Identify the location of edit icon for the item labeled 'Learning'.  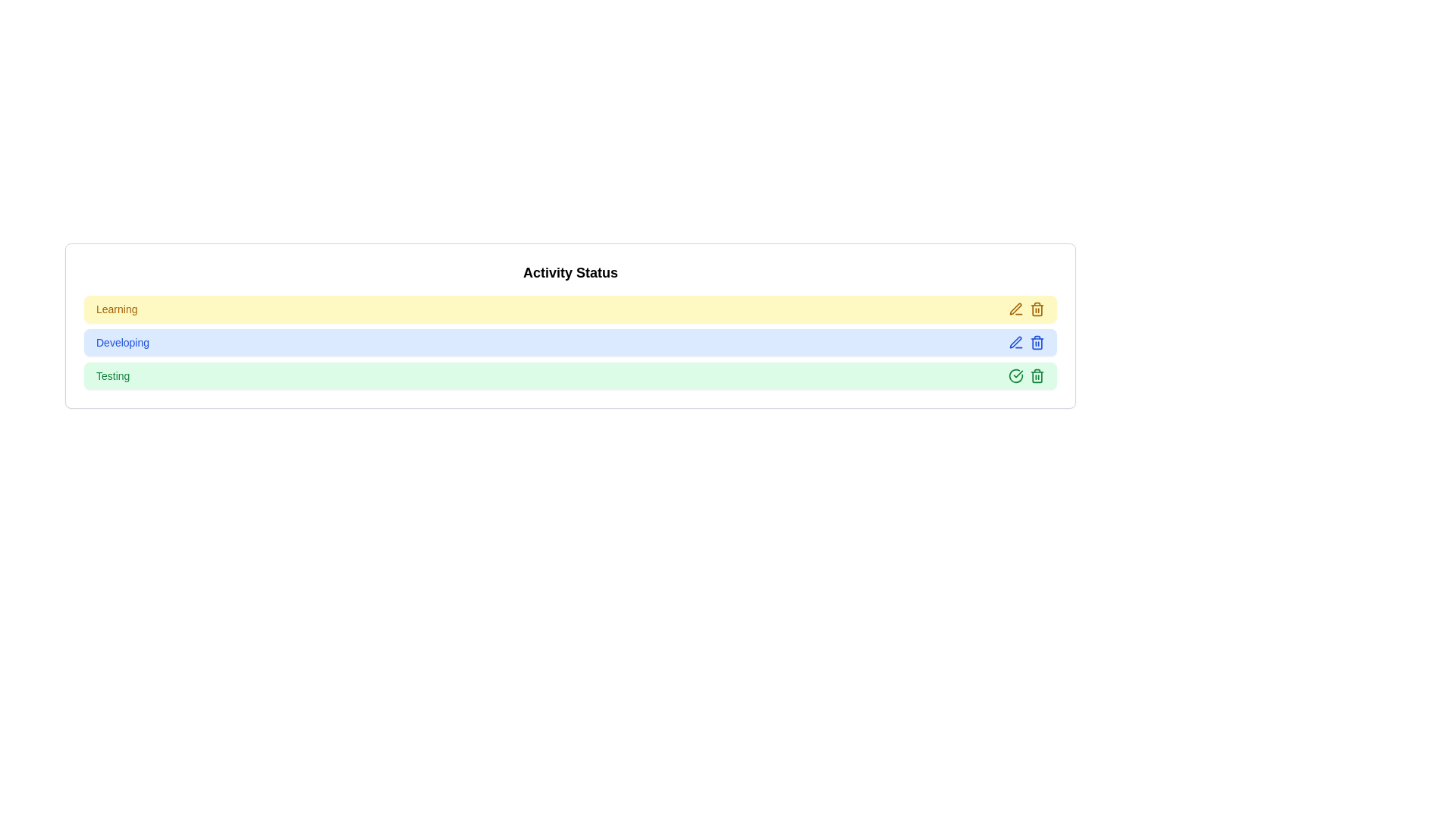
(1015, 309).